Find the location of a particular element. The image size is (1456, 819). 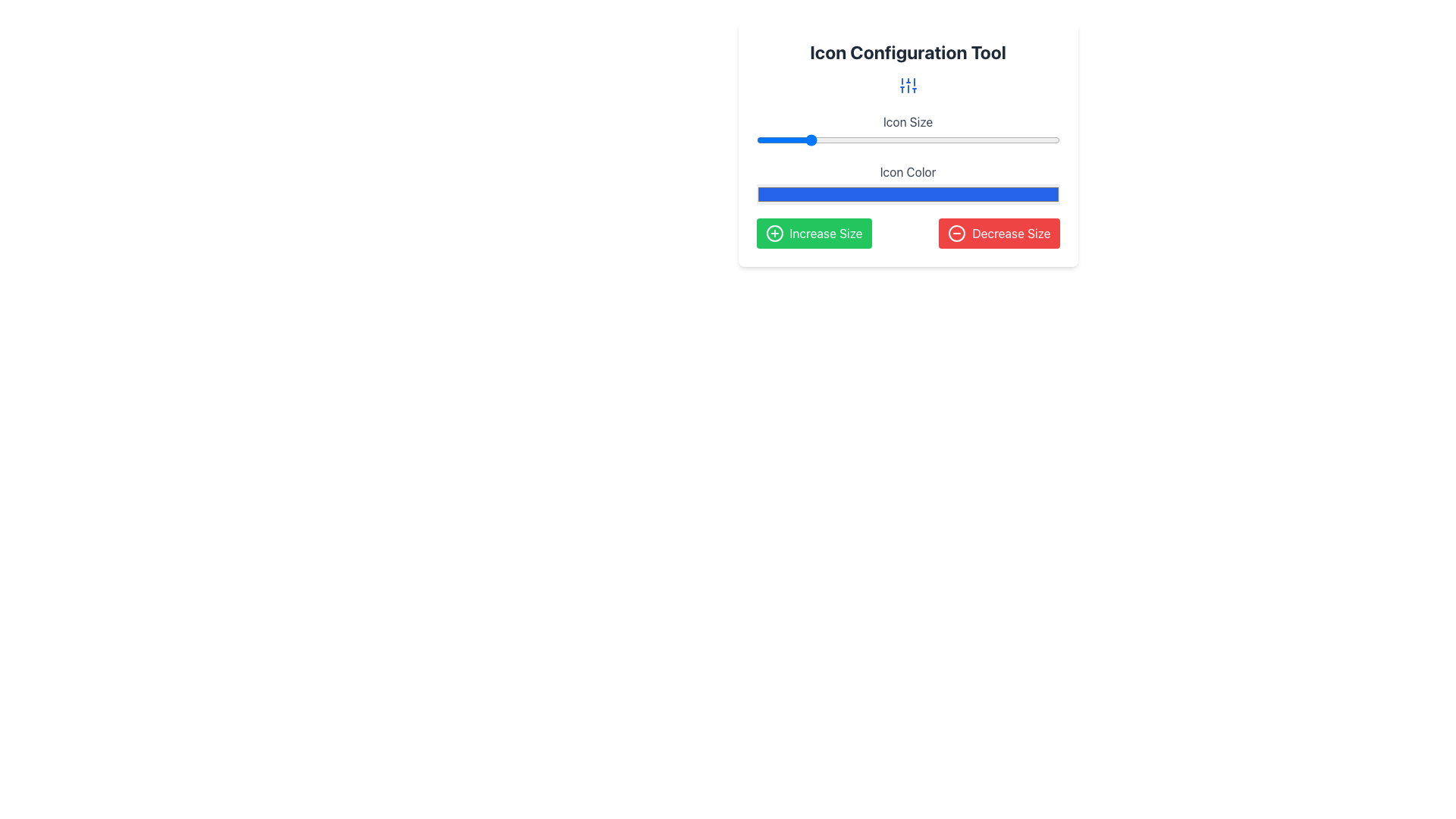

icon size is located at coordinates (1028, 140).